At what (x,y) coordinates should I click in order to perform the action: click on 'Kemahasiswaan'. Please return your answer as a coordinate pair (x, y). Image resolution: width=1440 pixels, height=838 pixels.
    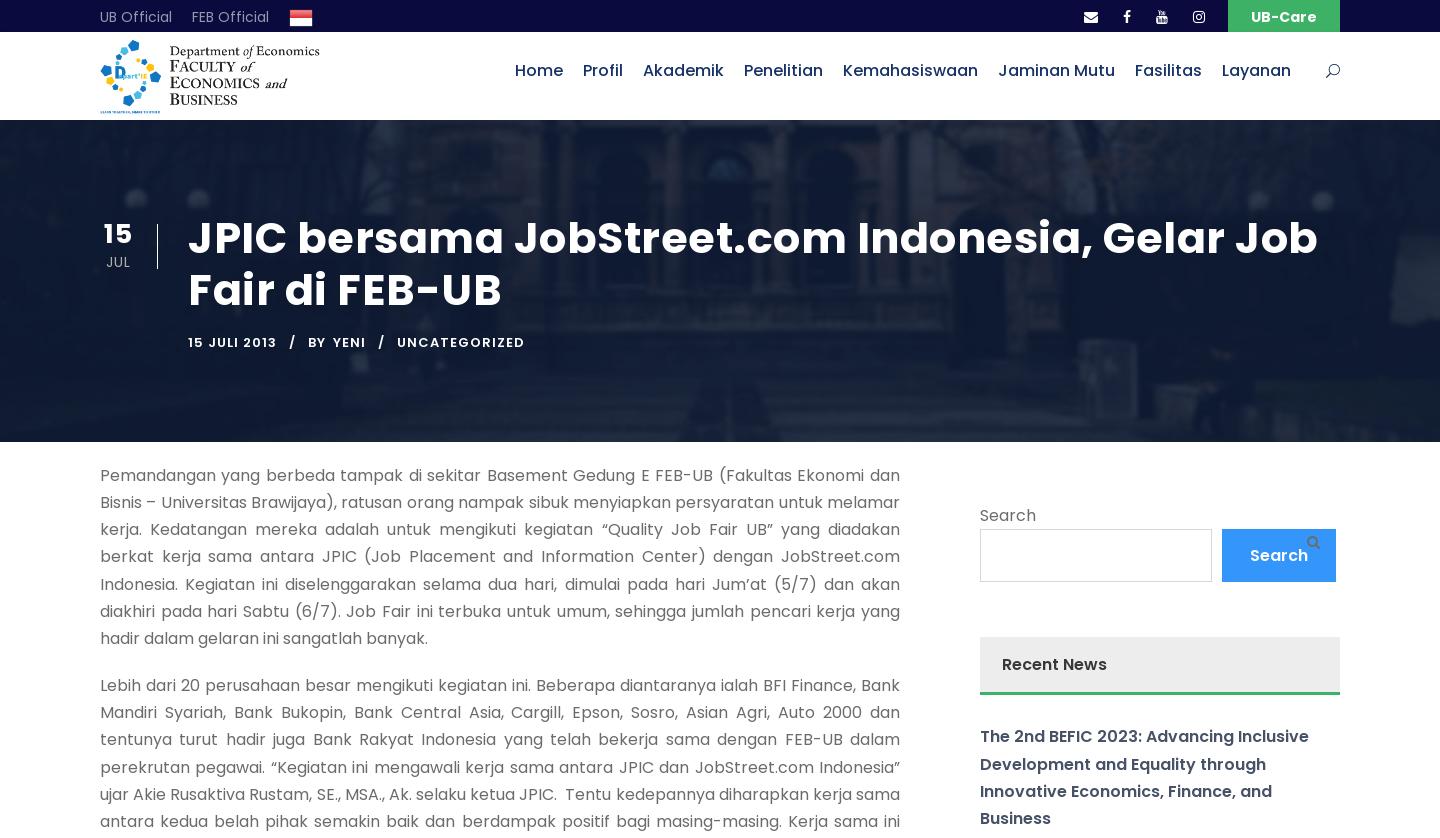
    Looking at the image, I should click on (910, 70).